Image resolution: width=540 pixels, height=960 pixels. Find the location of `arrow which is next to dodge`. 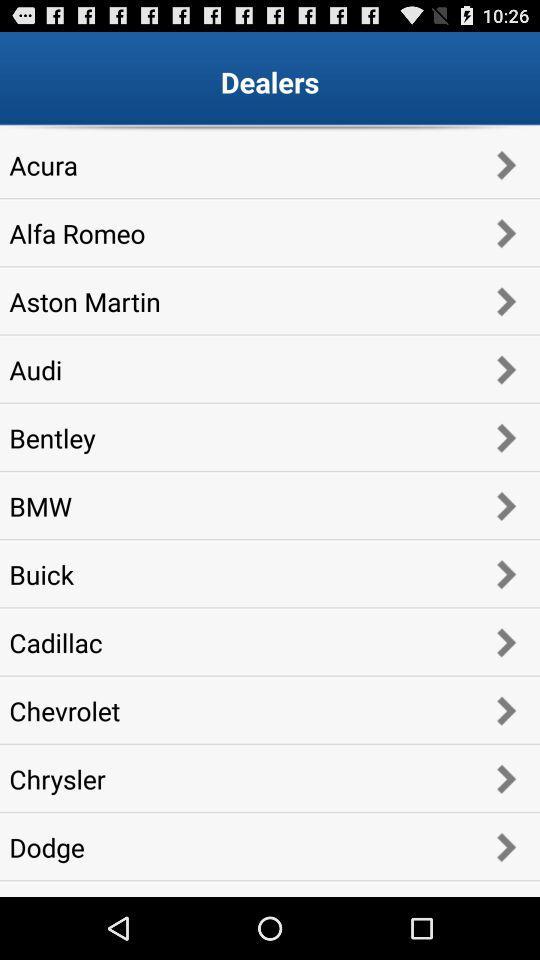

arrow which is next to dodge is located at coordinates (504, 846).